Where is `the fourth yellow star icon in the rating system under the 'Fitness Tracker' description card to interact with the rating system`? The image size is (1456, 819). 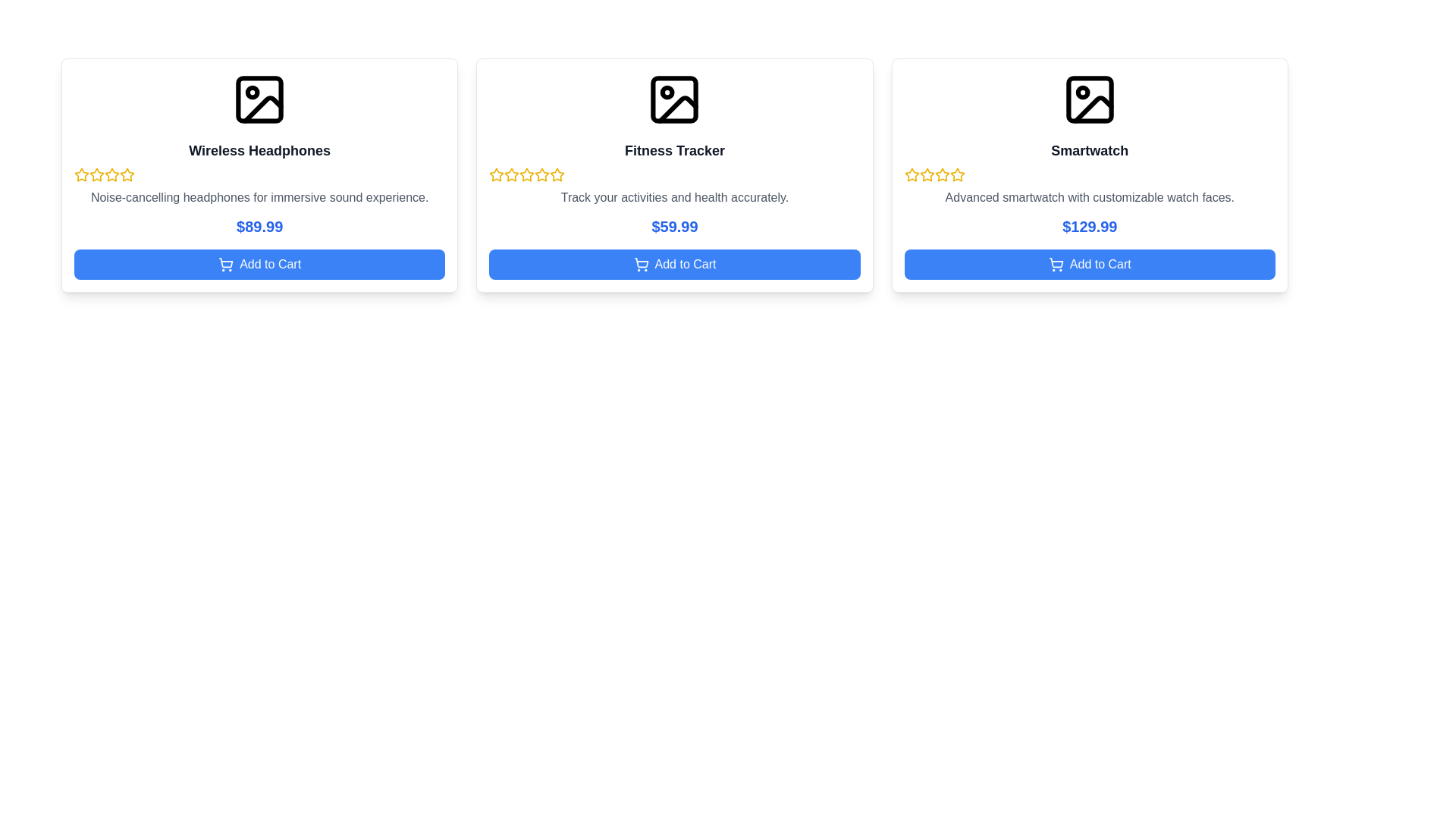 the fourth yellow star icon in the rating system under the 'Fitness Tracker' description card to interact with the rating system is located at coordinates (557, 174).